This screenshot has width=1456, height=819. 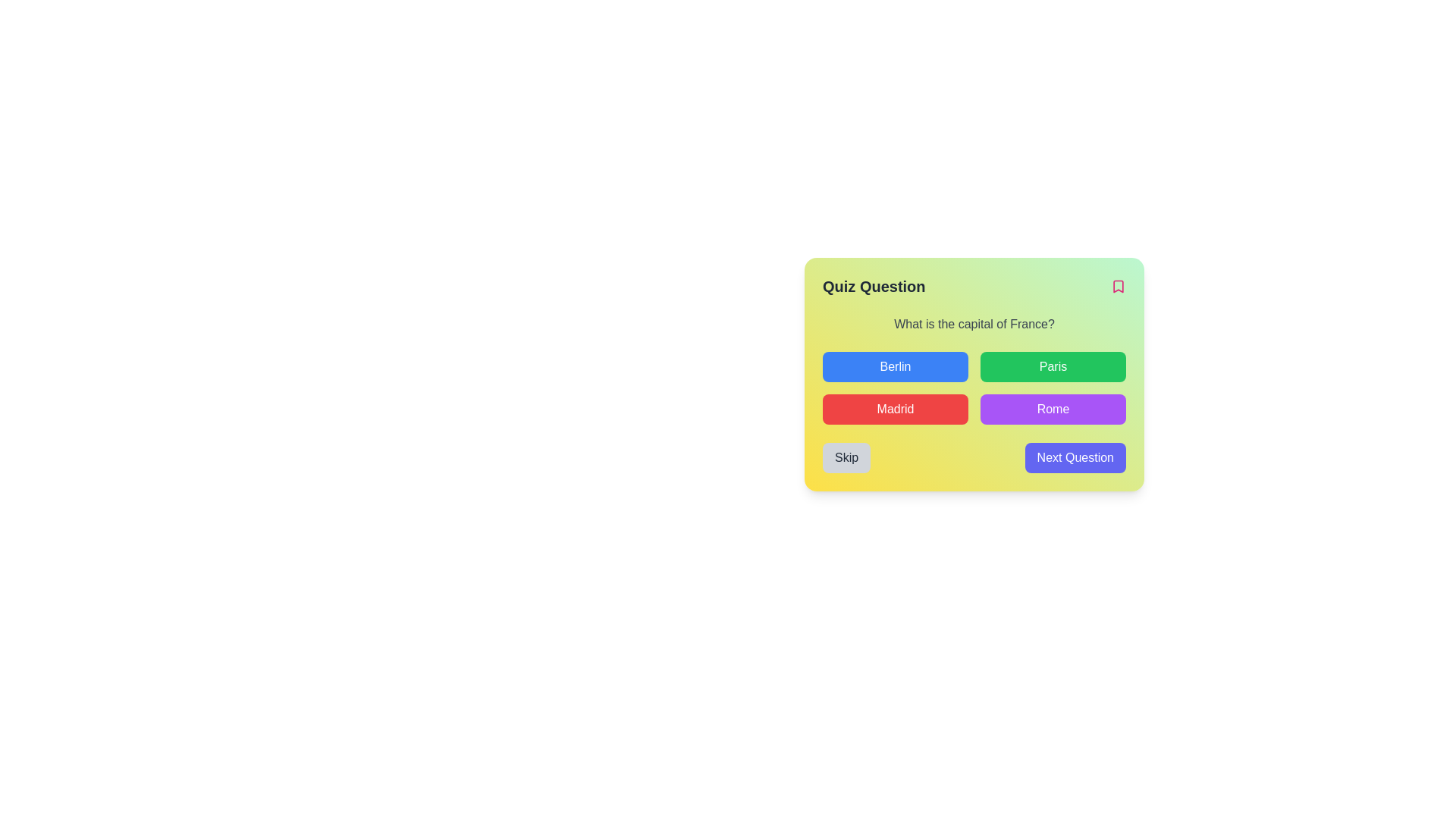 What do you see at coordinates (874, 287) in the screenshot?
I see `the text label that serves as a title or heading for the quiz interface, indicating the current section or context` at bounding box center [874, 287].